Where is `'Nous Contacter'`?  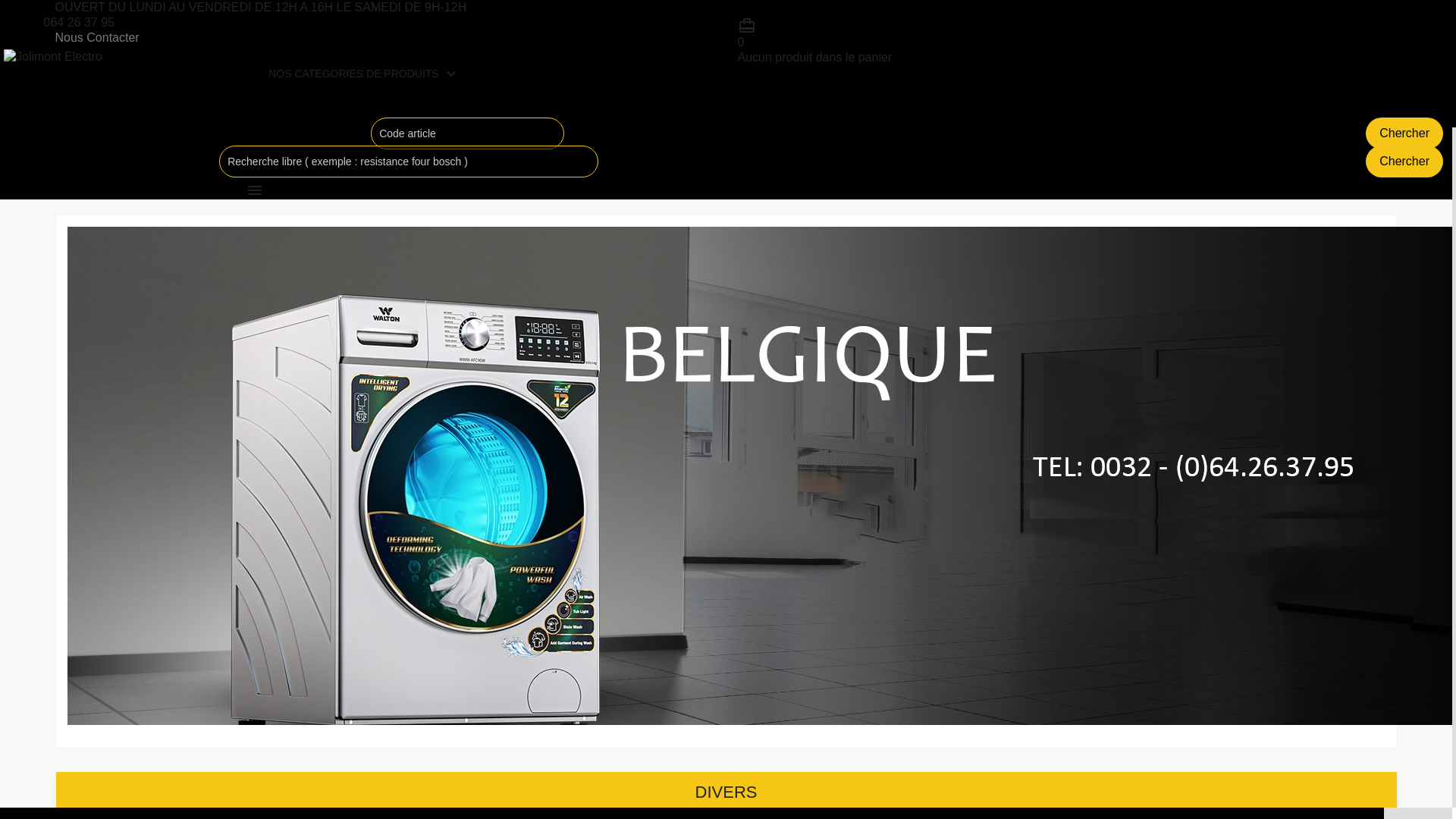 'Nous Contacter' is located at coordinates (96, 36).